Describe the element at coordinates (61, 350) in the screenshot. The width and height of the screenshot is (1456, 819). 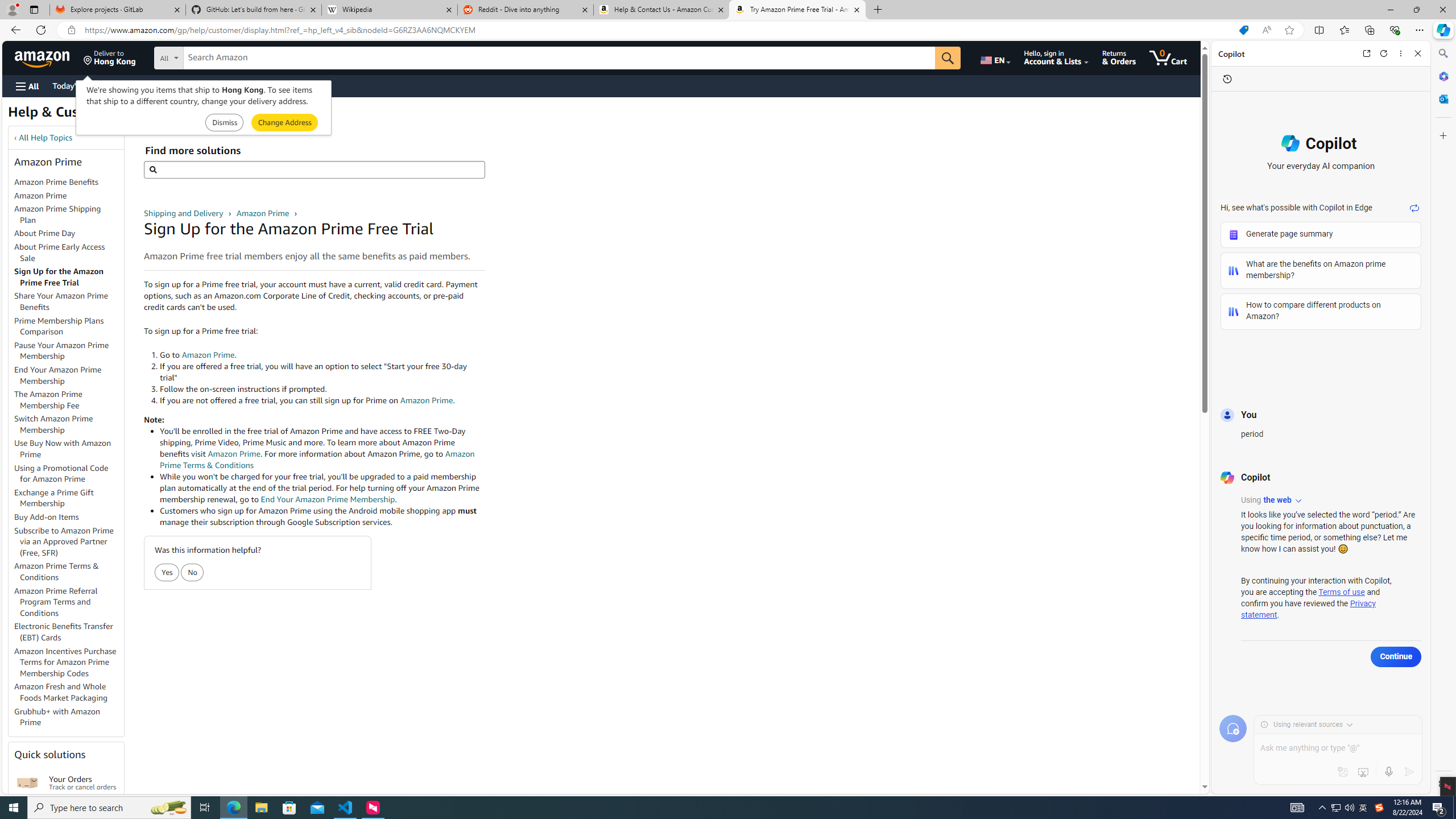
I see `'Pause Your Amazon Prime Membership'` at that location.